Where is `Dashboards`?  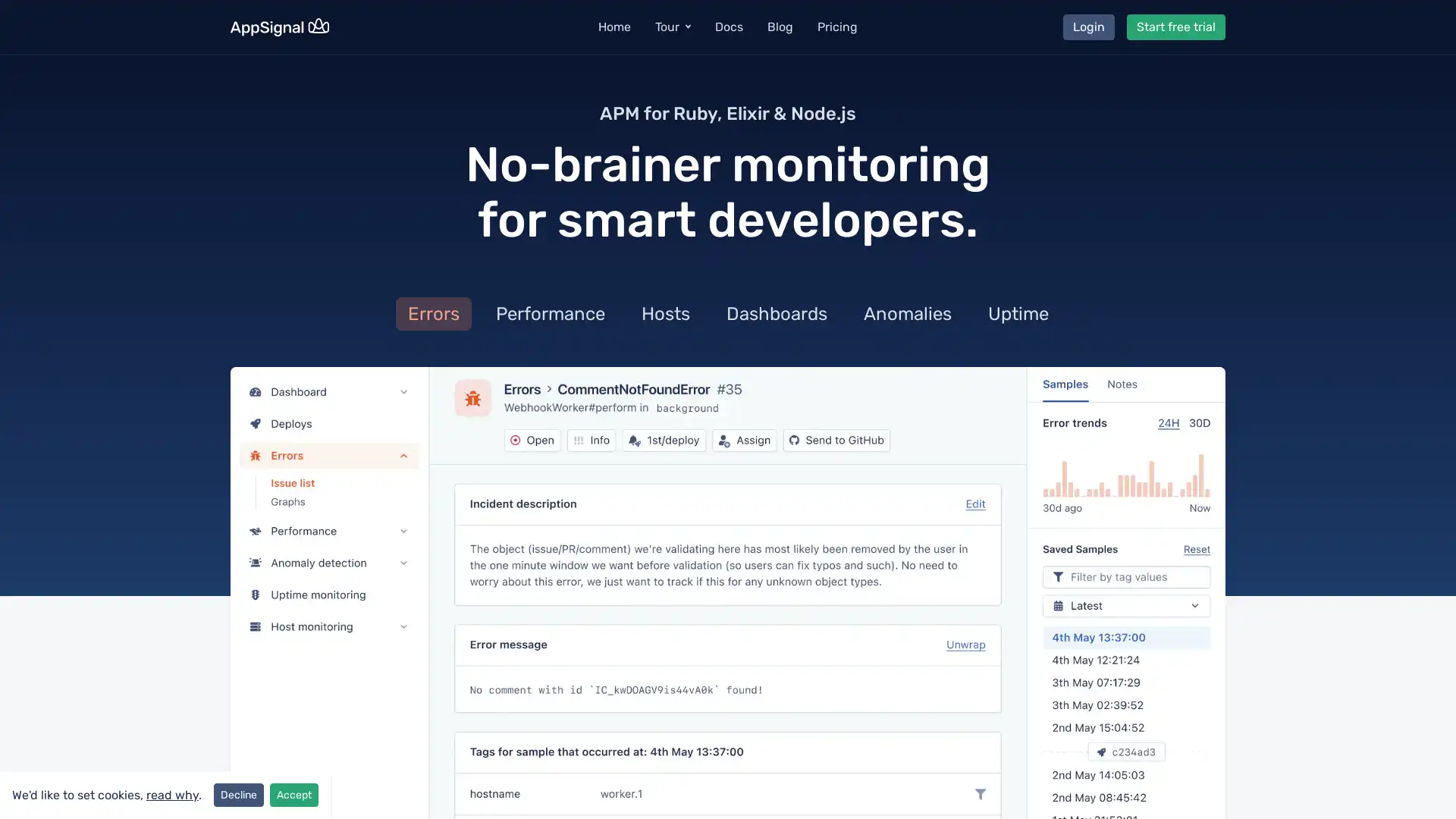 Dashboards is located at coordinates (776, 312).